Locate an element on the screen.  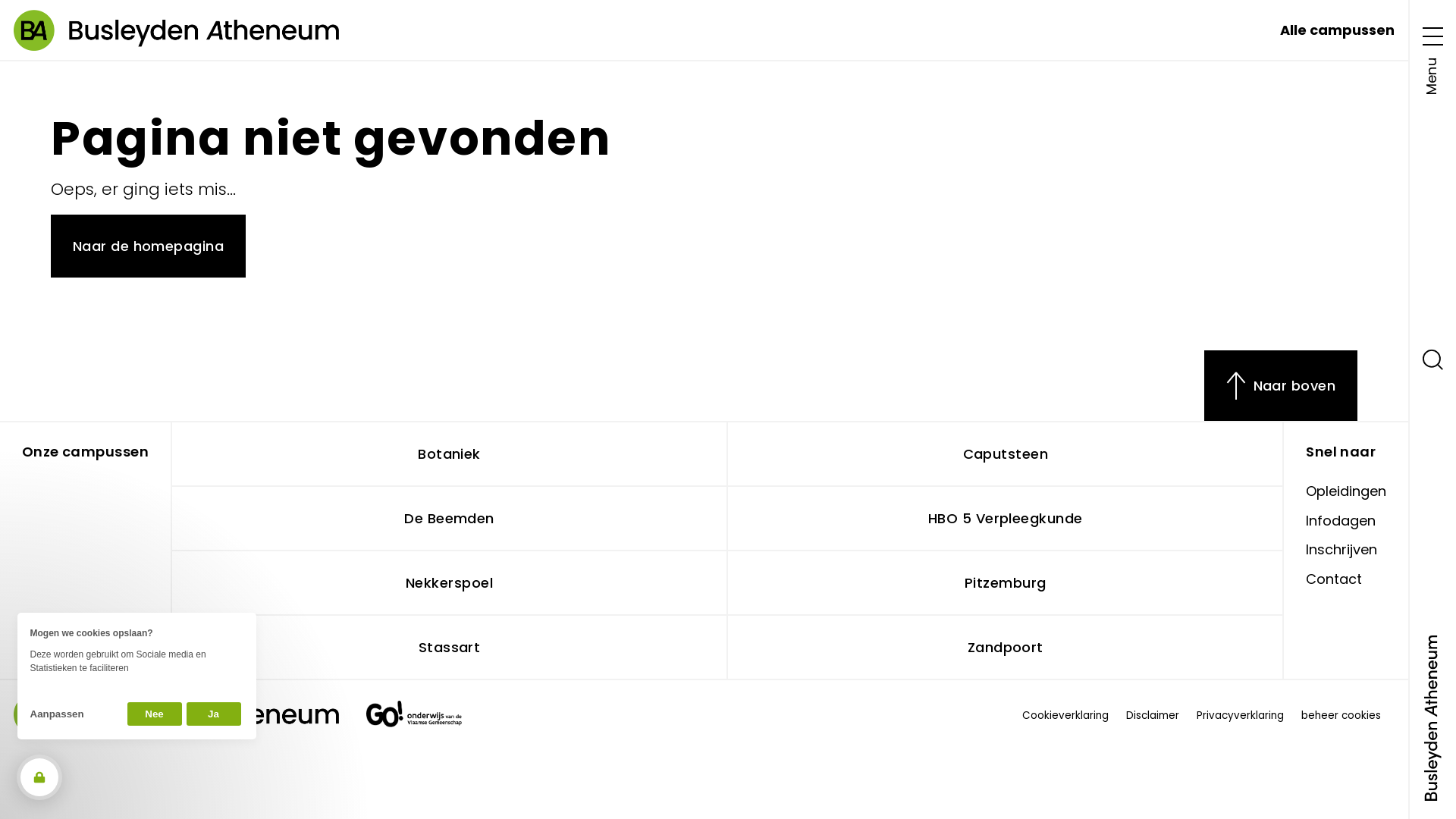
'Cookieverklaring' is located at coordinates (1065, 716).